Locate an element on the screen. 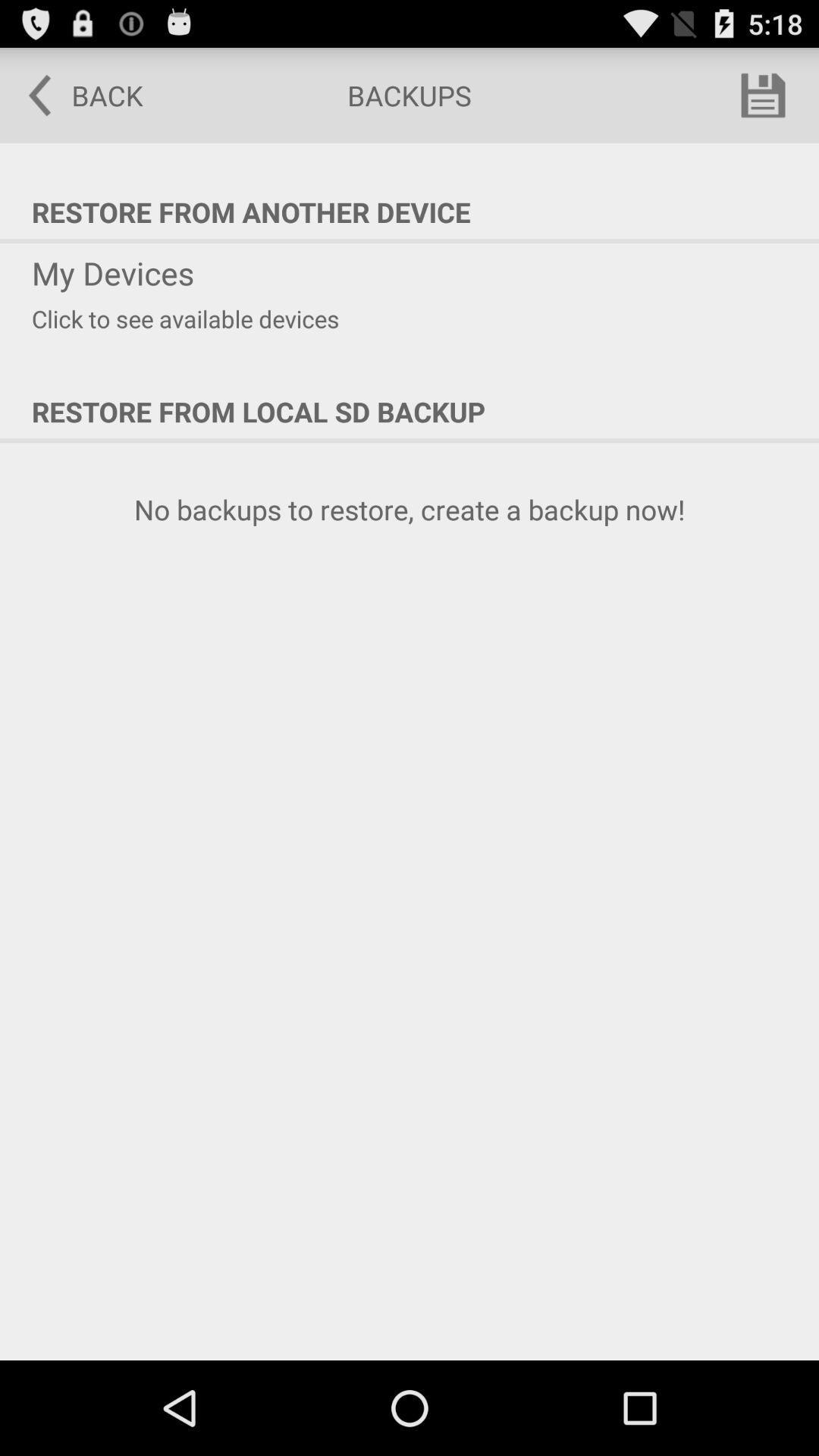  the icon above the restore from another icon is located at coordinates (75, 94).